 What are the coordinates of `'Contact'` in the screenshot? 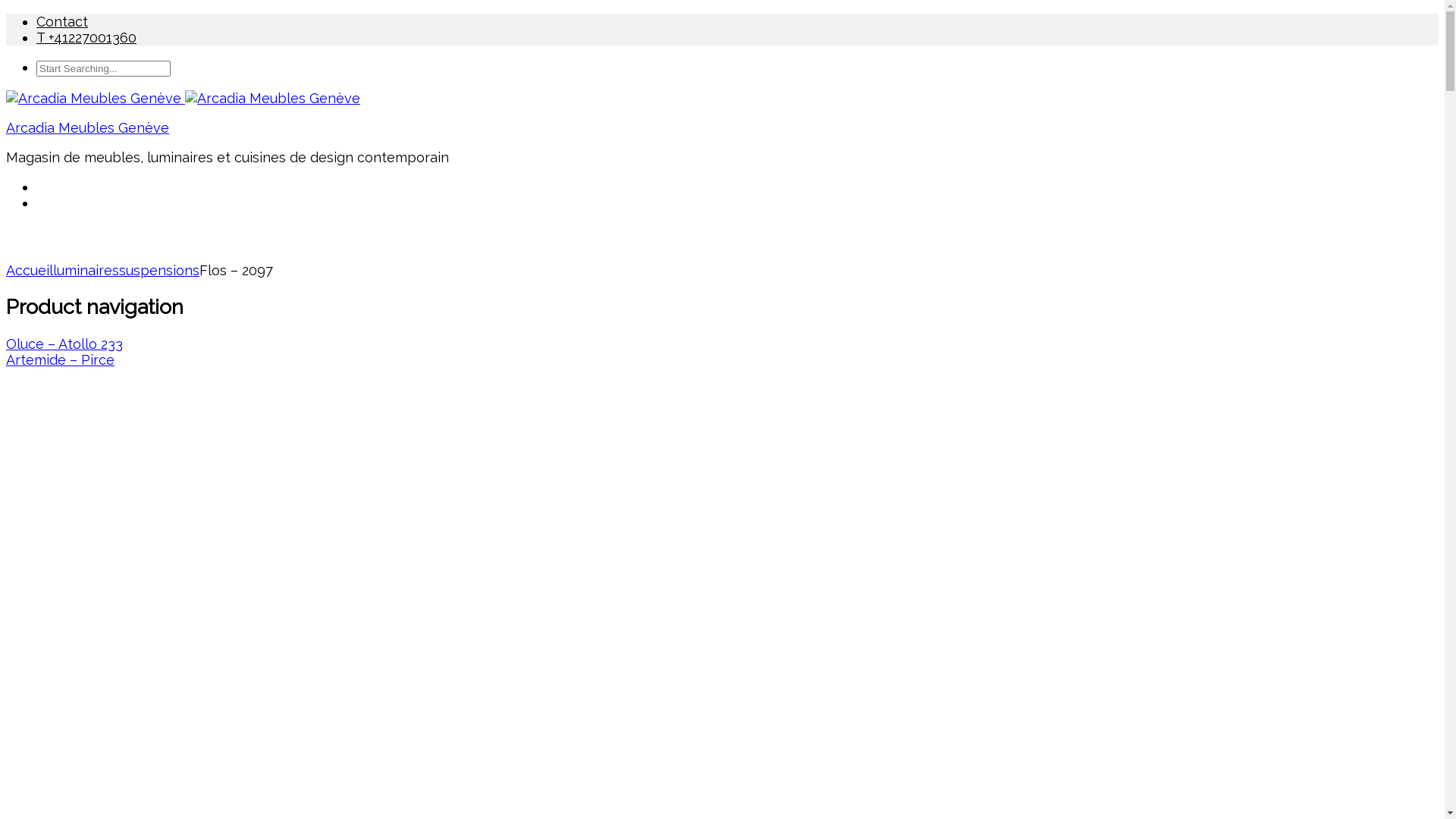 It's located at (61, 21).